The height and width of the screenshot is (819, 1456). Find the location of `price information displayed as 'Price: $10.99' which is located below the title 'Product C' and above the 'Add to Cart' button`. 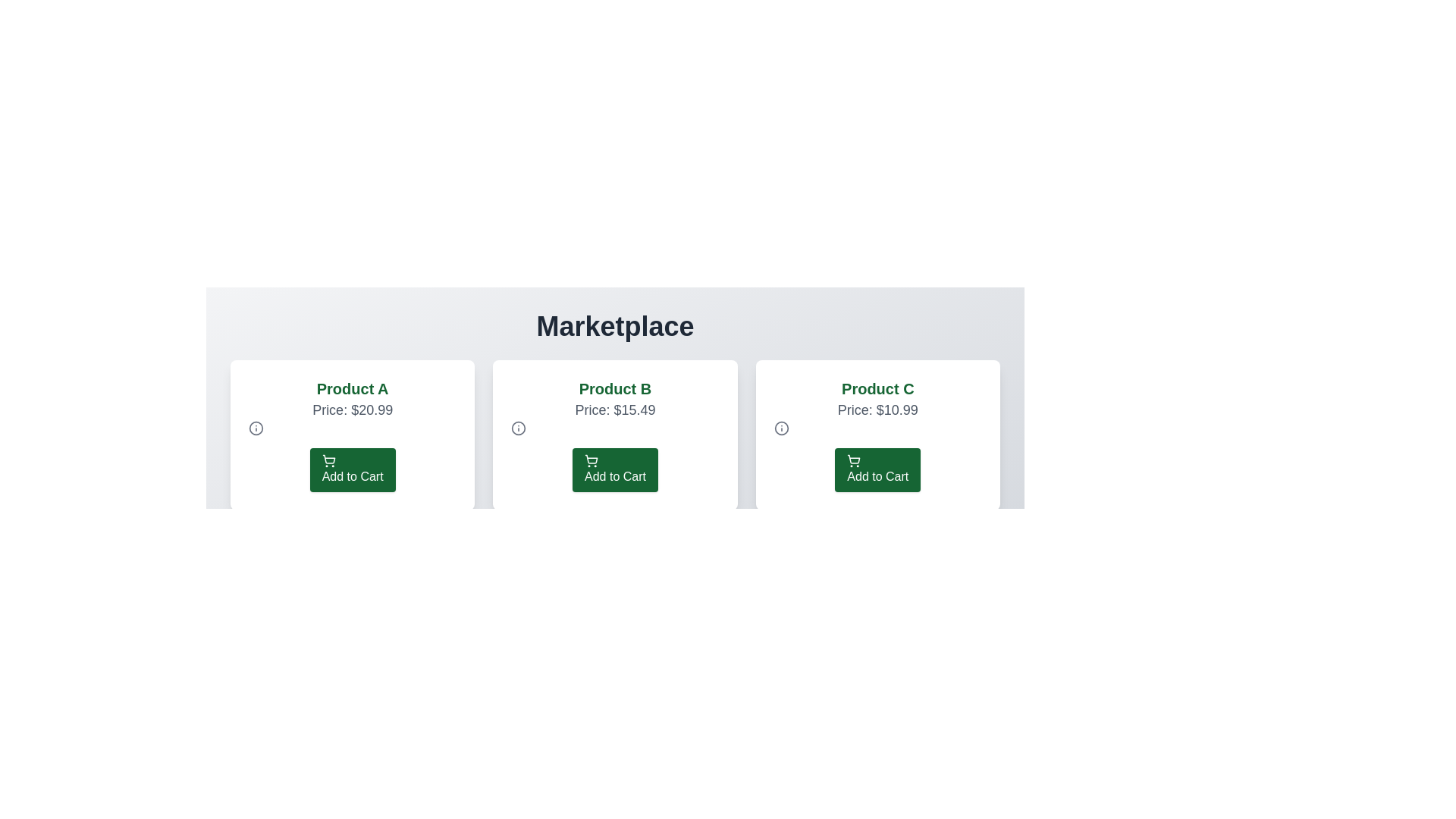

price information displayed as 'Price: $10.99' which is located below the title 'Product C' and above the 'Add to Cart' button is located at coordinates (877, 409).